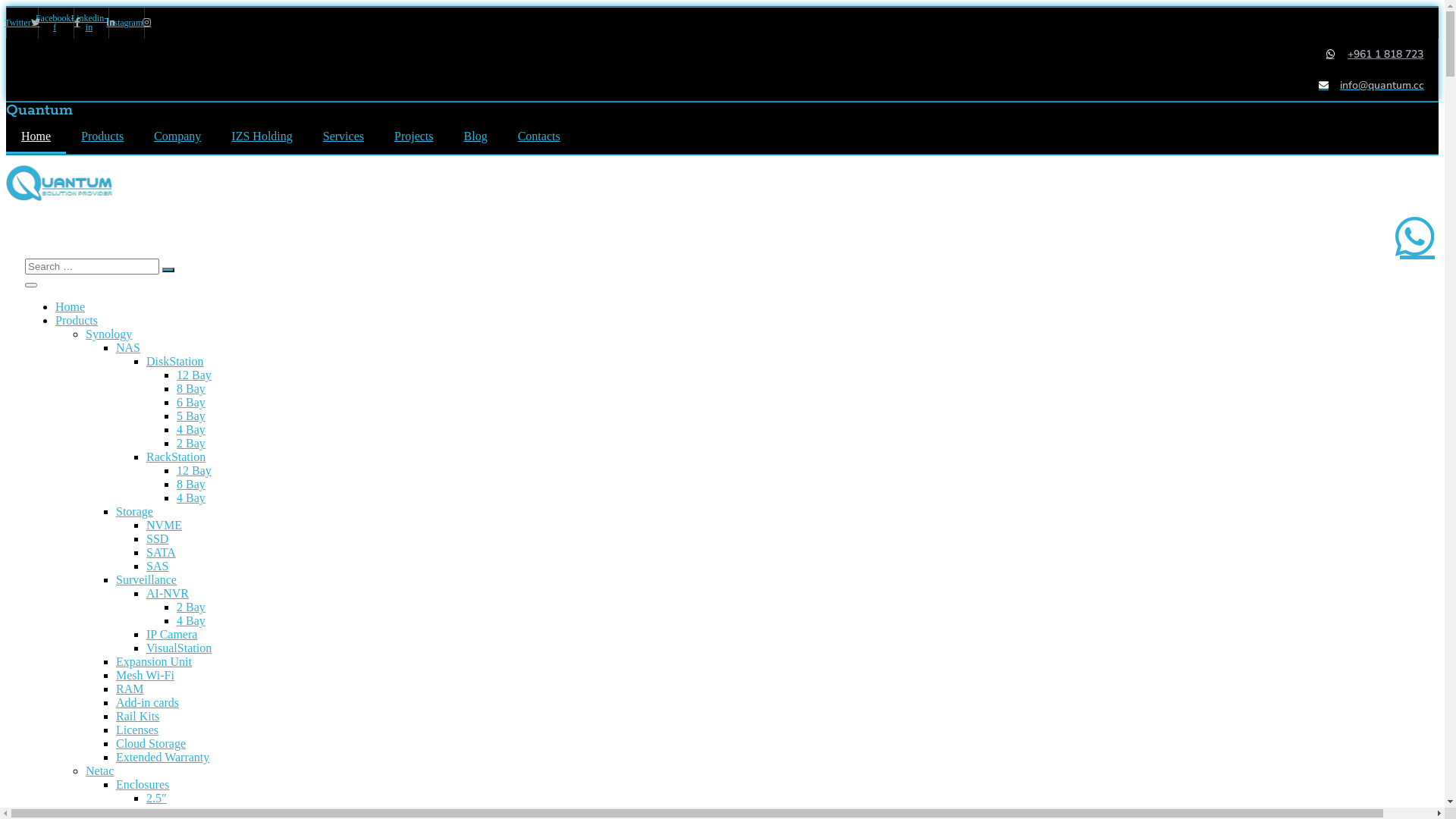  Describe the element at coordinates (190, 416) in the screenshot. I see `'5 Bay'` at that location.